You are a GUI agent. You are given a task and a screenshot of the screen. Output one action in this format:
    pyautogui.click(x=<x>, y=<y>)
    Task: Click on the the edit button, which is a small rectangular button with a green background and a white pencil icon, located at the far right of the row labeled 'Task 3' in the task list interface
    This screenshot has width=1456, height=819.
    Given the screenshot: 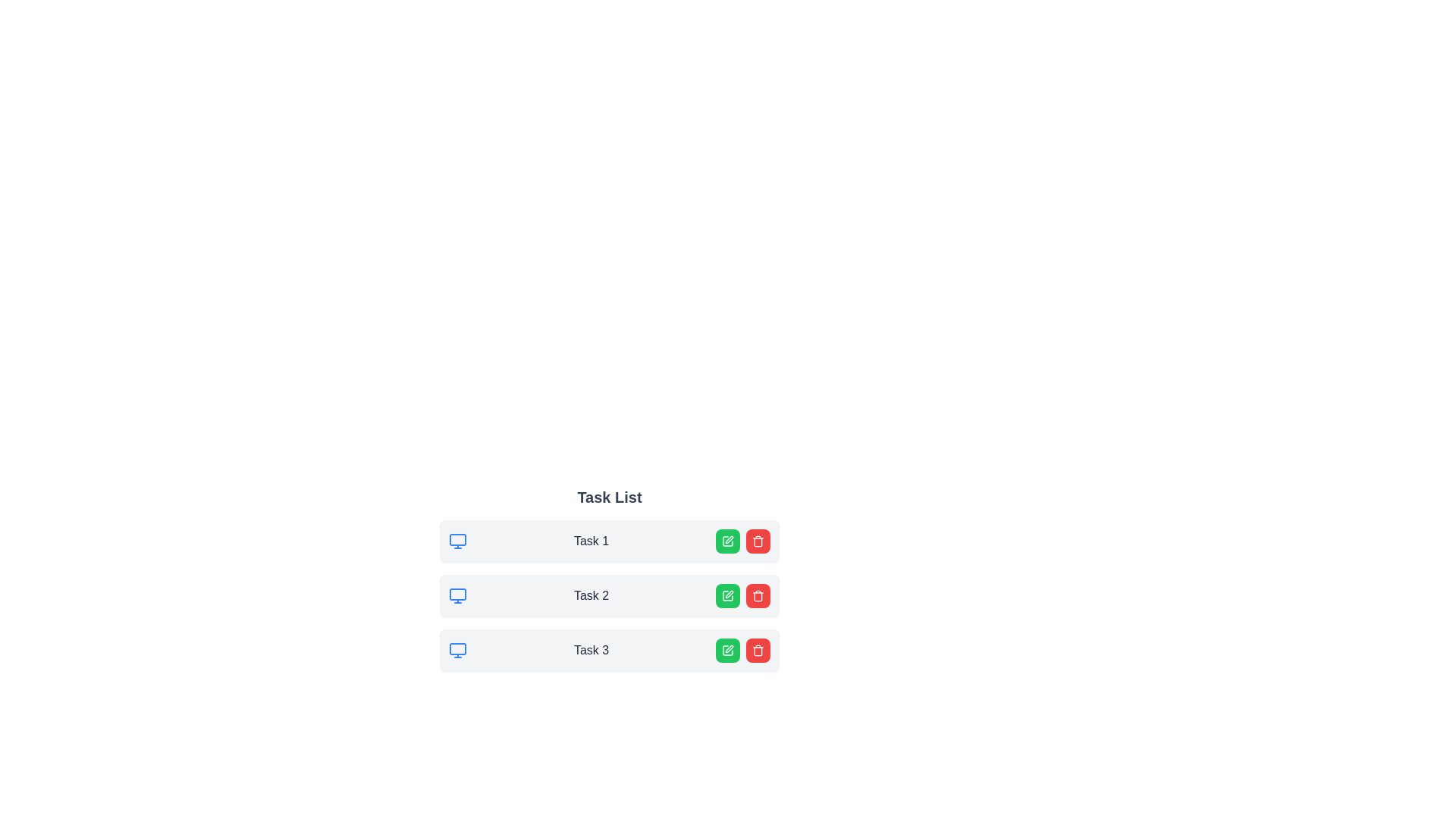 What is the action you would take?
    pyautogui.click(x=728, y=649)
    